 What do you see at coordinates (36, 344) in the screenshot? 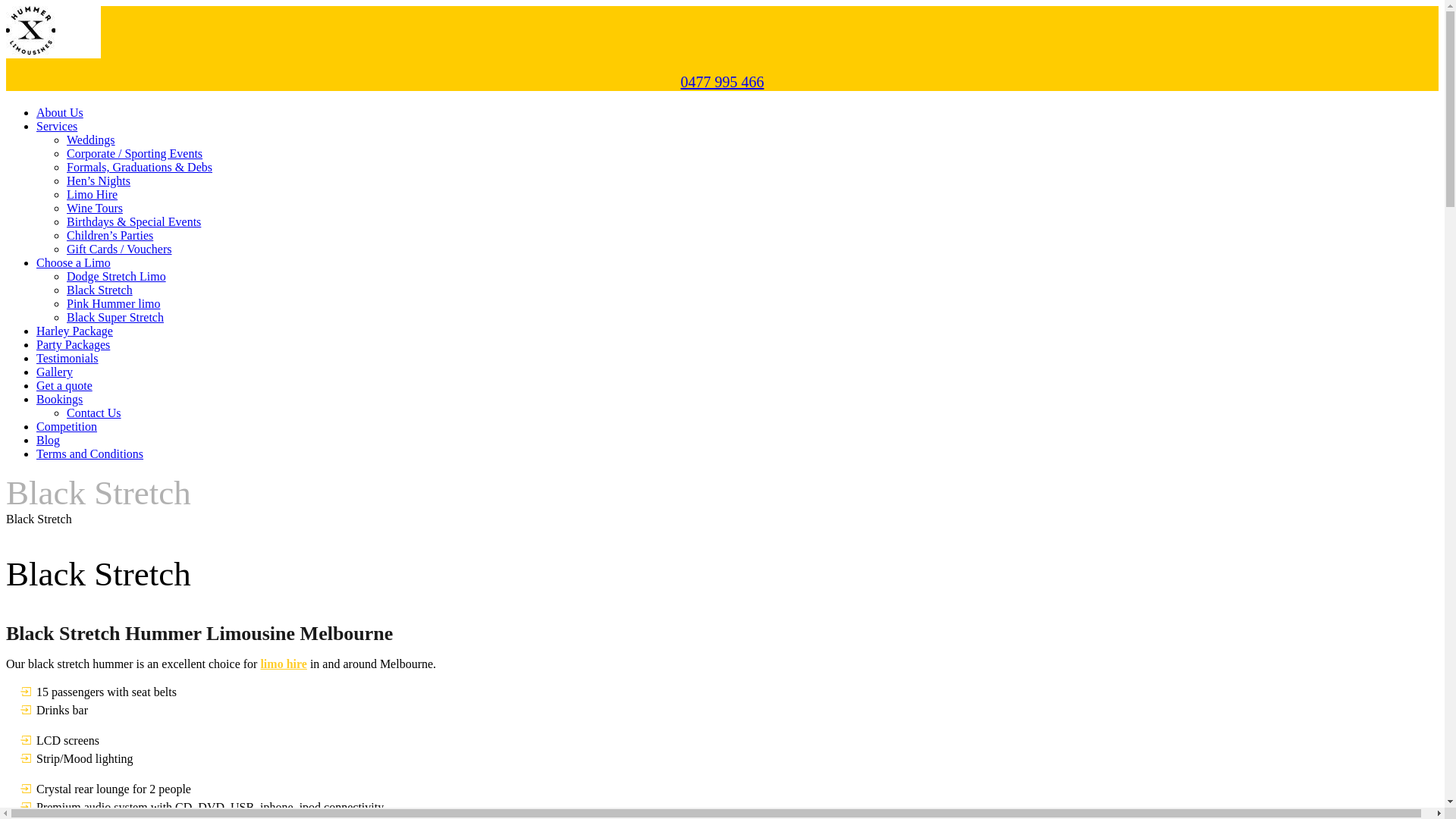
I see `'Party Packages'` at bounding box center [36, 344].